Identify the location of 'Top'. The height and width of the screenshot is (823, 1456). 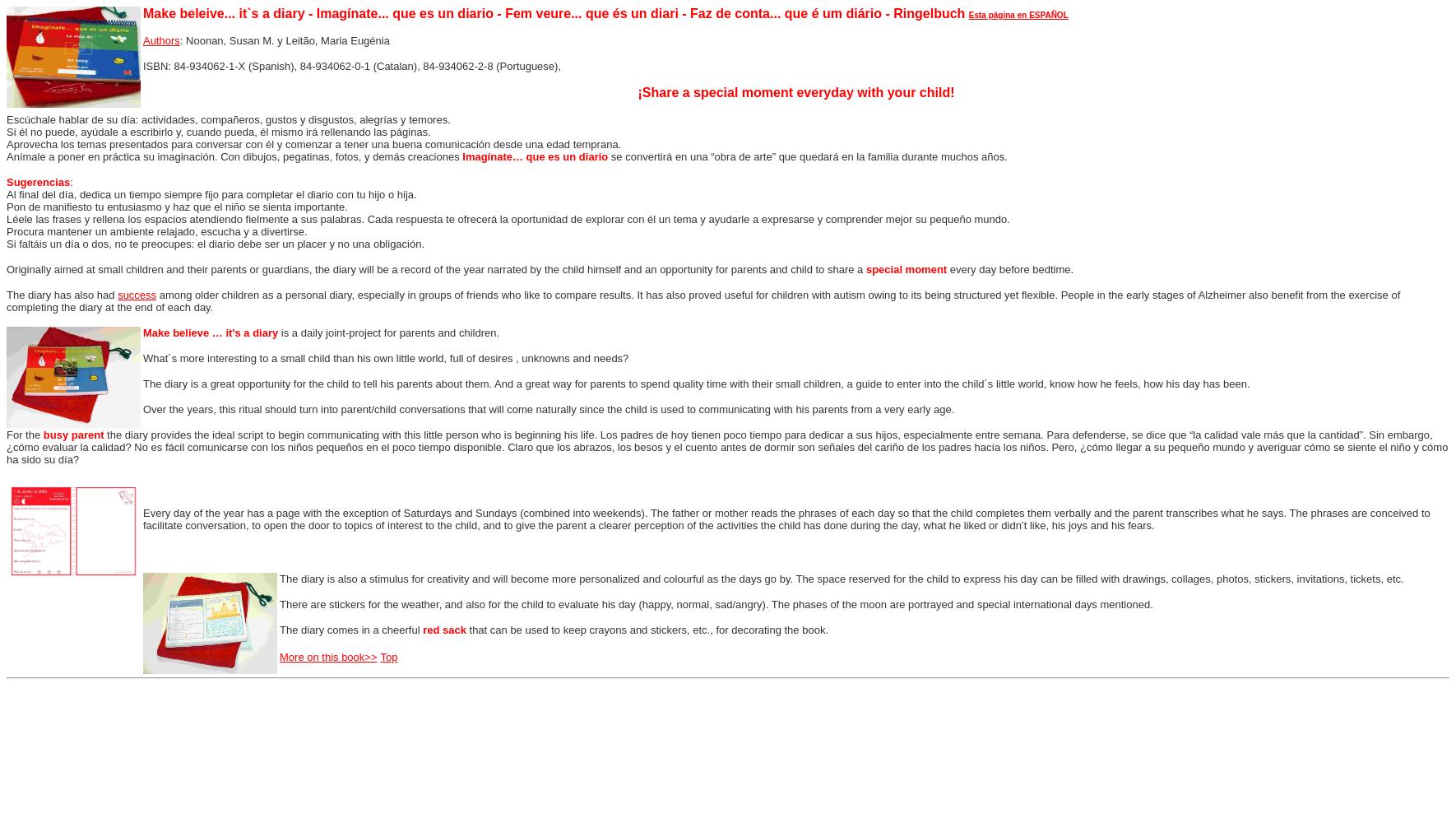
(379, 657).